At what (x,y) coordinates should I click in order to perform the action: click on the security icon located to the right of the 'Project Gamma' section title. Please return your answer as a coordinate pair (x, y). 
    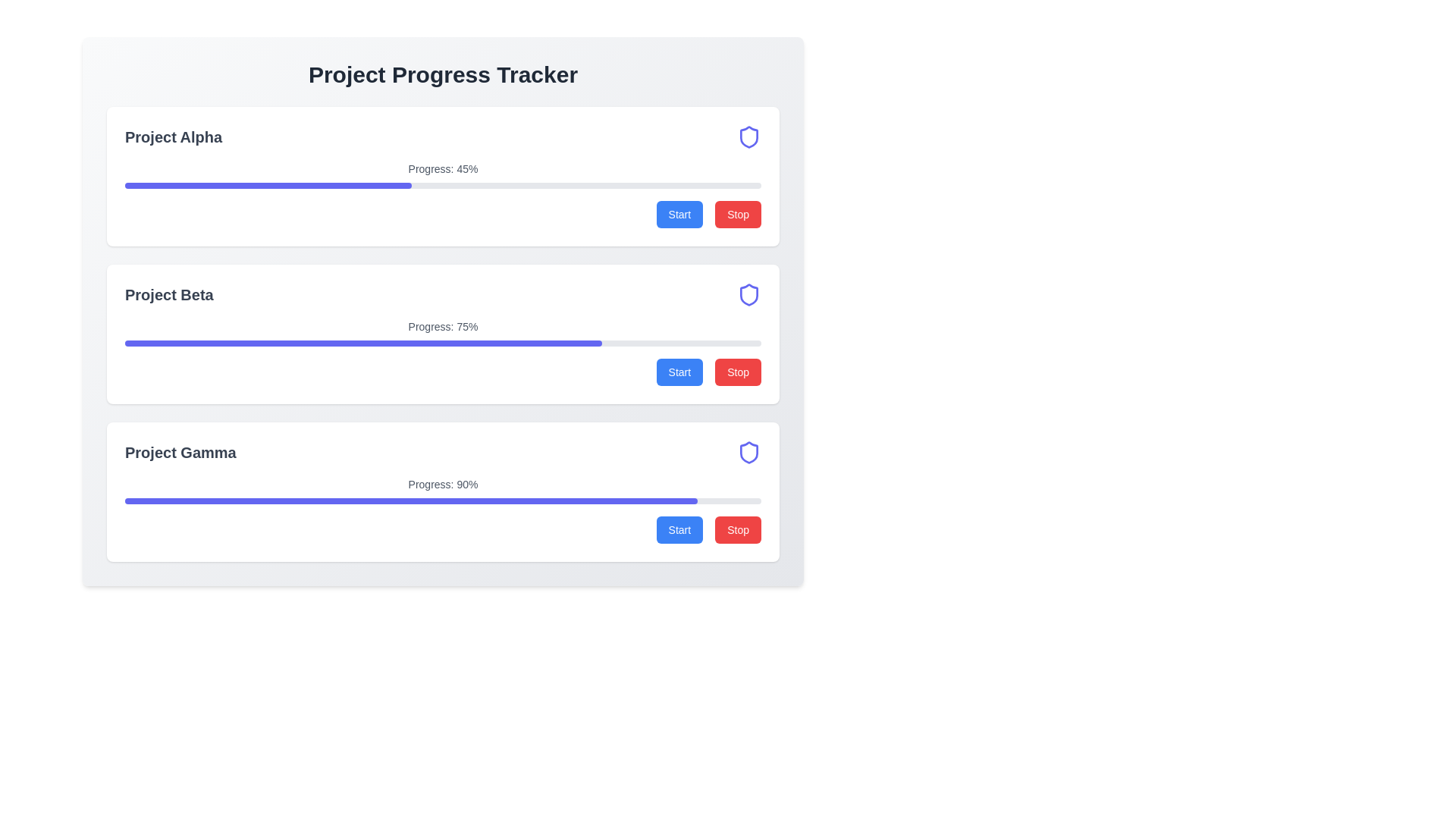
    Looking at the image, I should click on (749, 452).